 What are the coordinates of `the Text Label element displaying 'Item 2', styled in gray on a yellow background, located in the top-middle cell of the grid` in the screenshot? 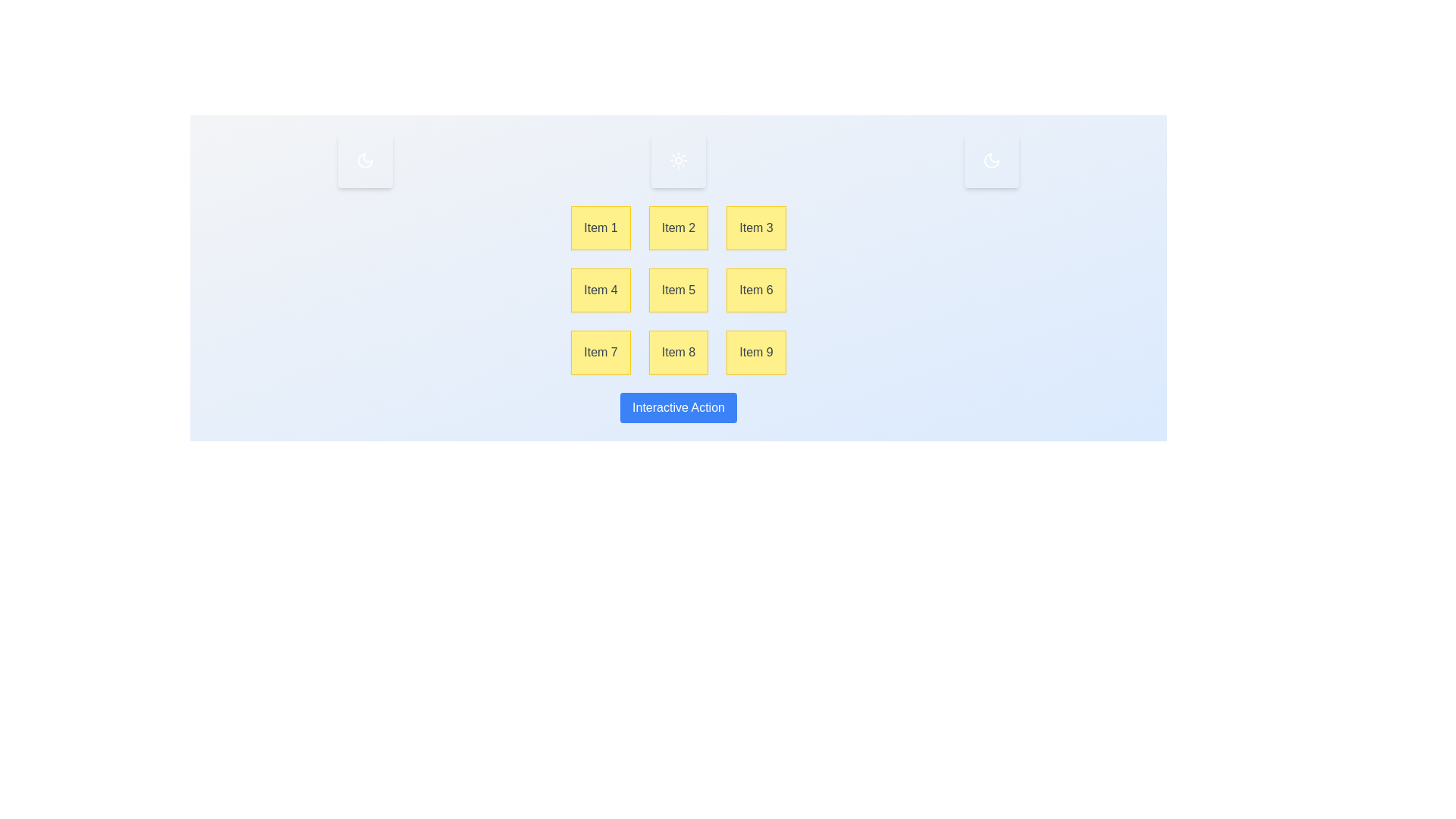 It's located at (677, 227).